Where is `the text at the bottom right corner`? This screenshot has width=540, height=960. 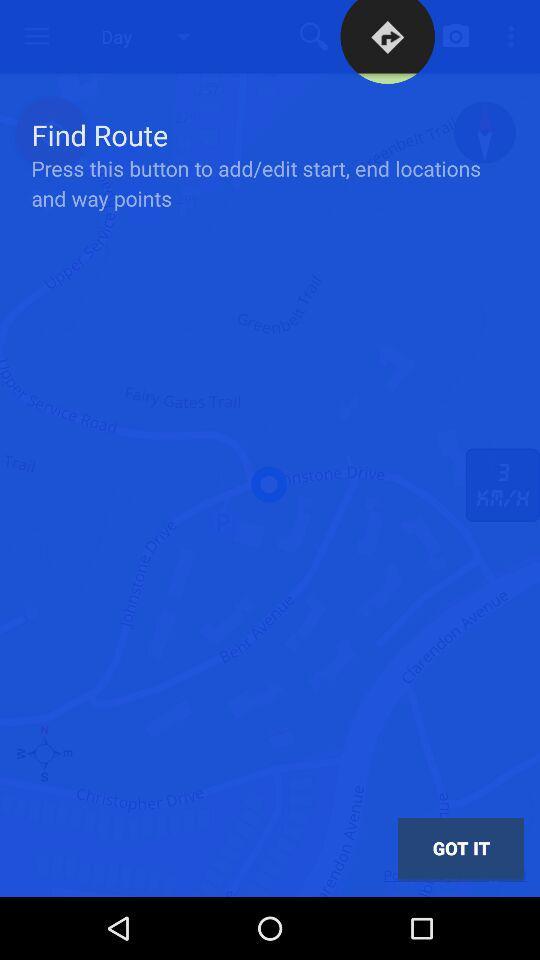
the text at the bottom right corner is located at coordinates (460, 848).